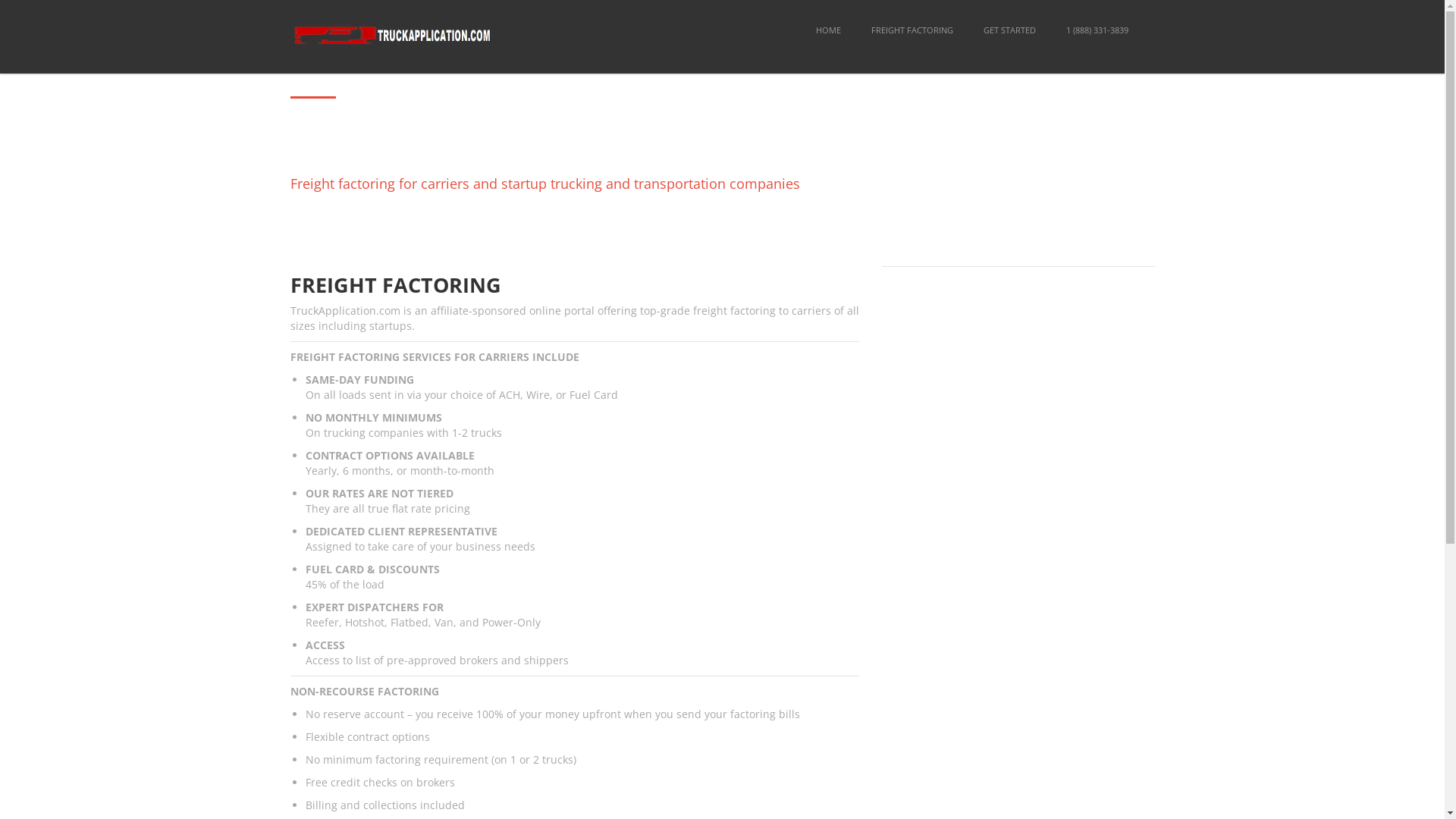 The height and width of the screenshot is (819, 1456). Describe the element at coordinates (1097, 31) in the screenshot. I see `'1 (888) 331-3839'` at that location.